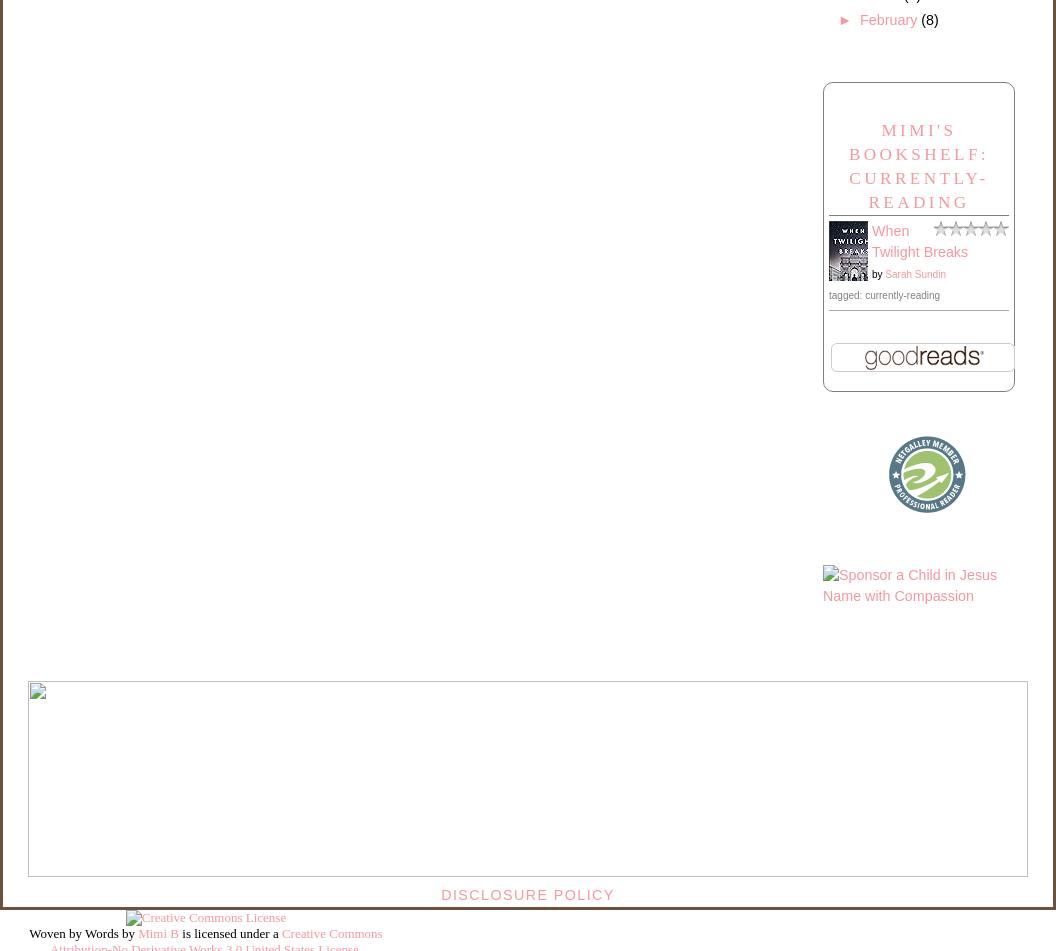  I want to click on 'When Twilight Breaks', so click(918, 240).